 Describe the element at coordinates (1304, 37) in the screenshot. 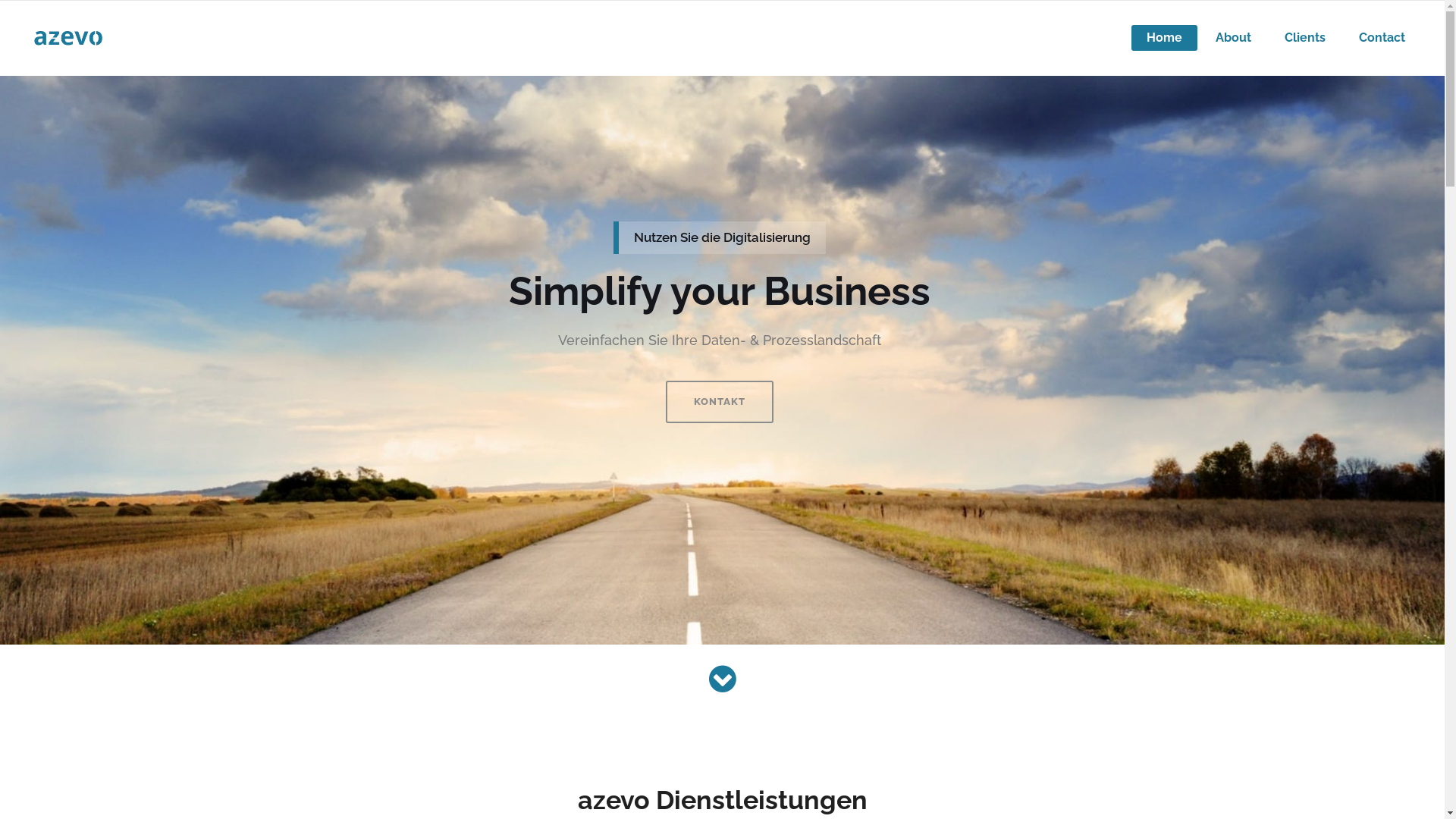

I see `'Clients'` at that location.